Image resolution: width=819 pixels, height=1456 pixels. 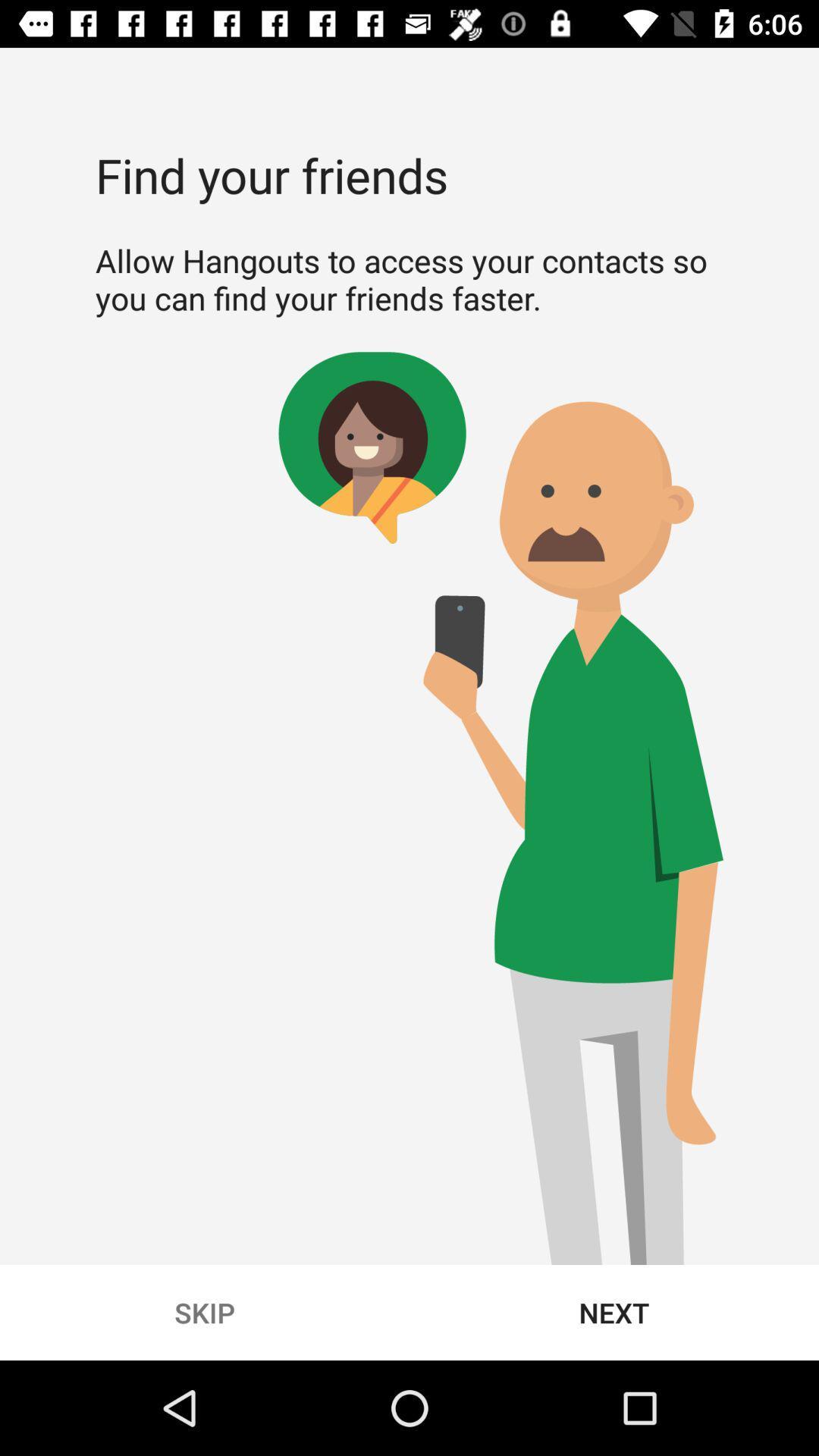 I want to click on the next at the bottom right corner, so click(x=614, y=1312).